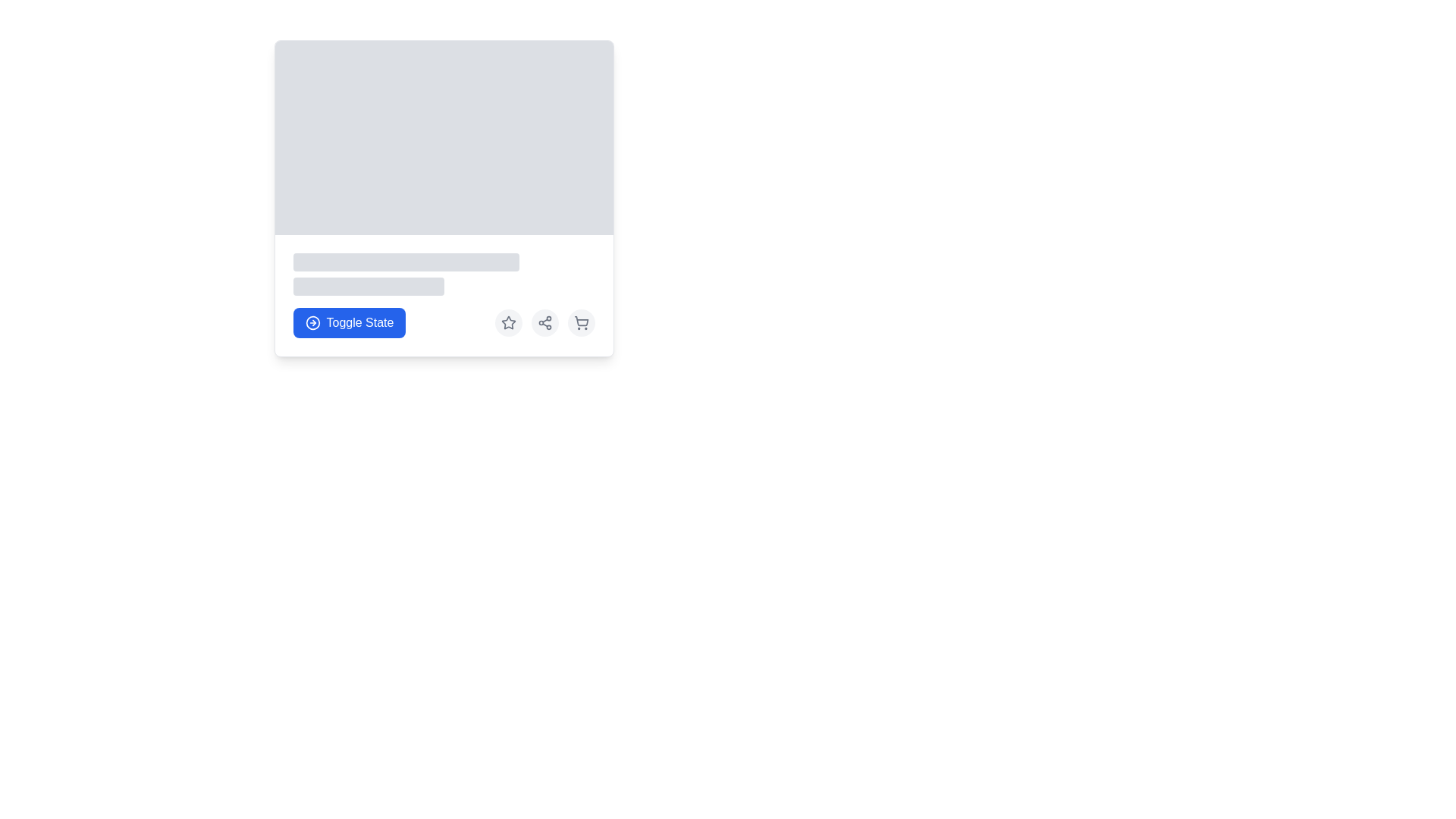 This screenshot has width=1456, height=819. What do you see at coordinates (359, 322) in the screenshot?
I see `the toggle button located near the bottom left of the card interface, which is contained within a blue button and is preceded by a circular arrow icon` at bounding box center [359, 322].